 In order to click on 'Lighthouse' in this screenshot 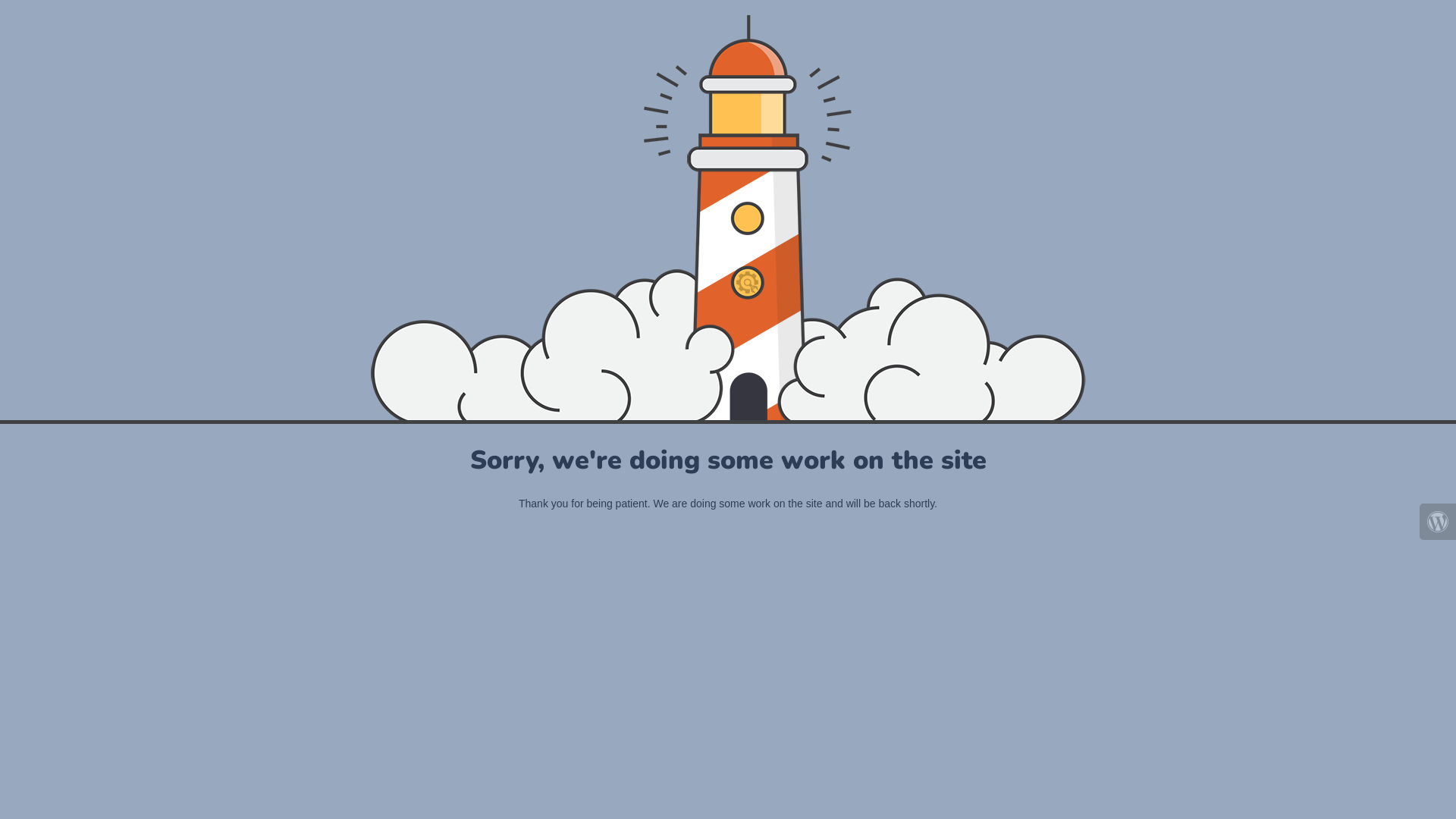, I will do `click(726, 217)`.